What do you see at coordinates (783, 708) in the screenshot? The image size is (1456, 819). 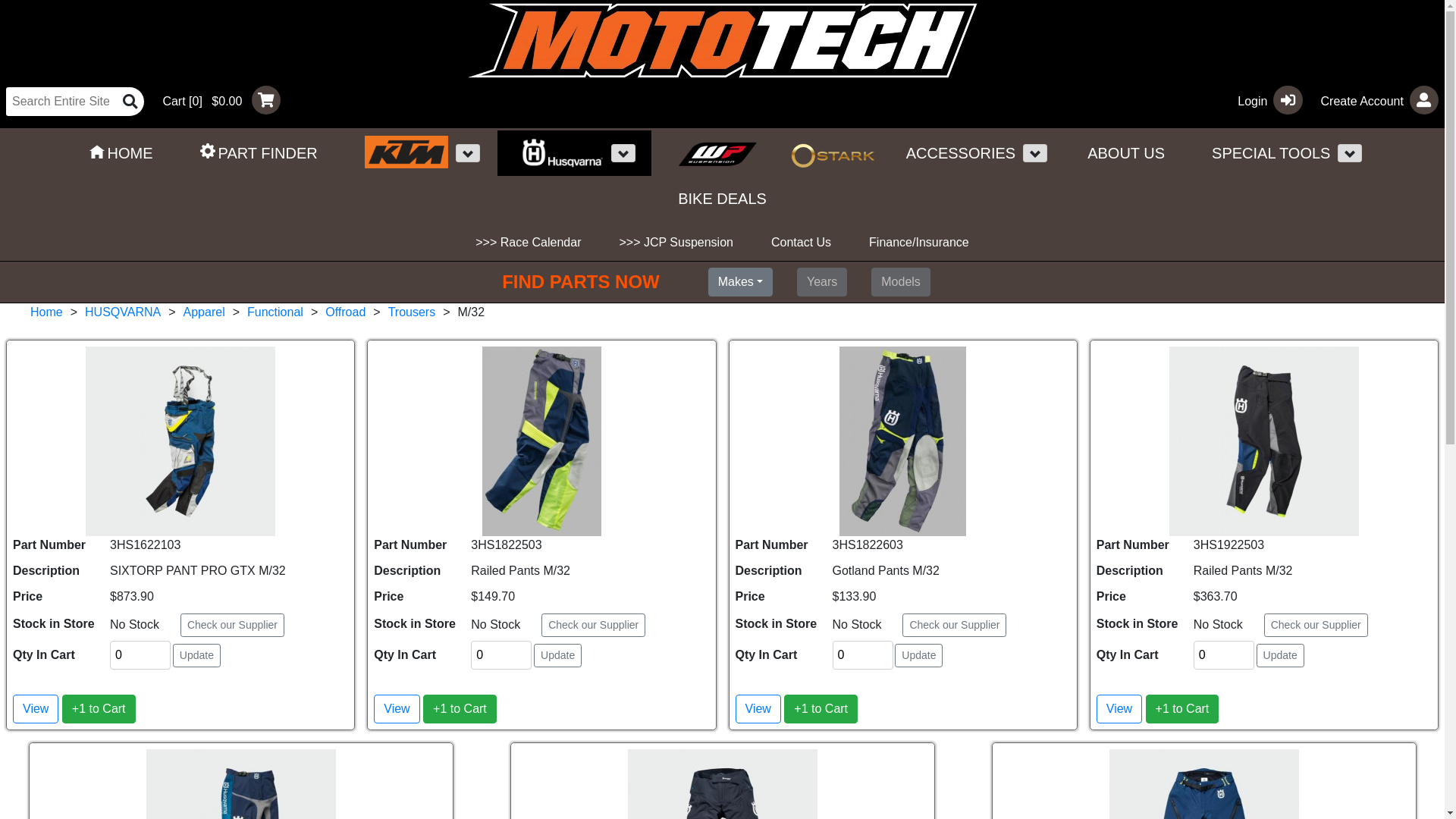 I see `'+1 to Cart'` at bounding box center [783, 708].